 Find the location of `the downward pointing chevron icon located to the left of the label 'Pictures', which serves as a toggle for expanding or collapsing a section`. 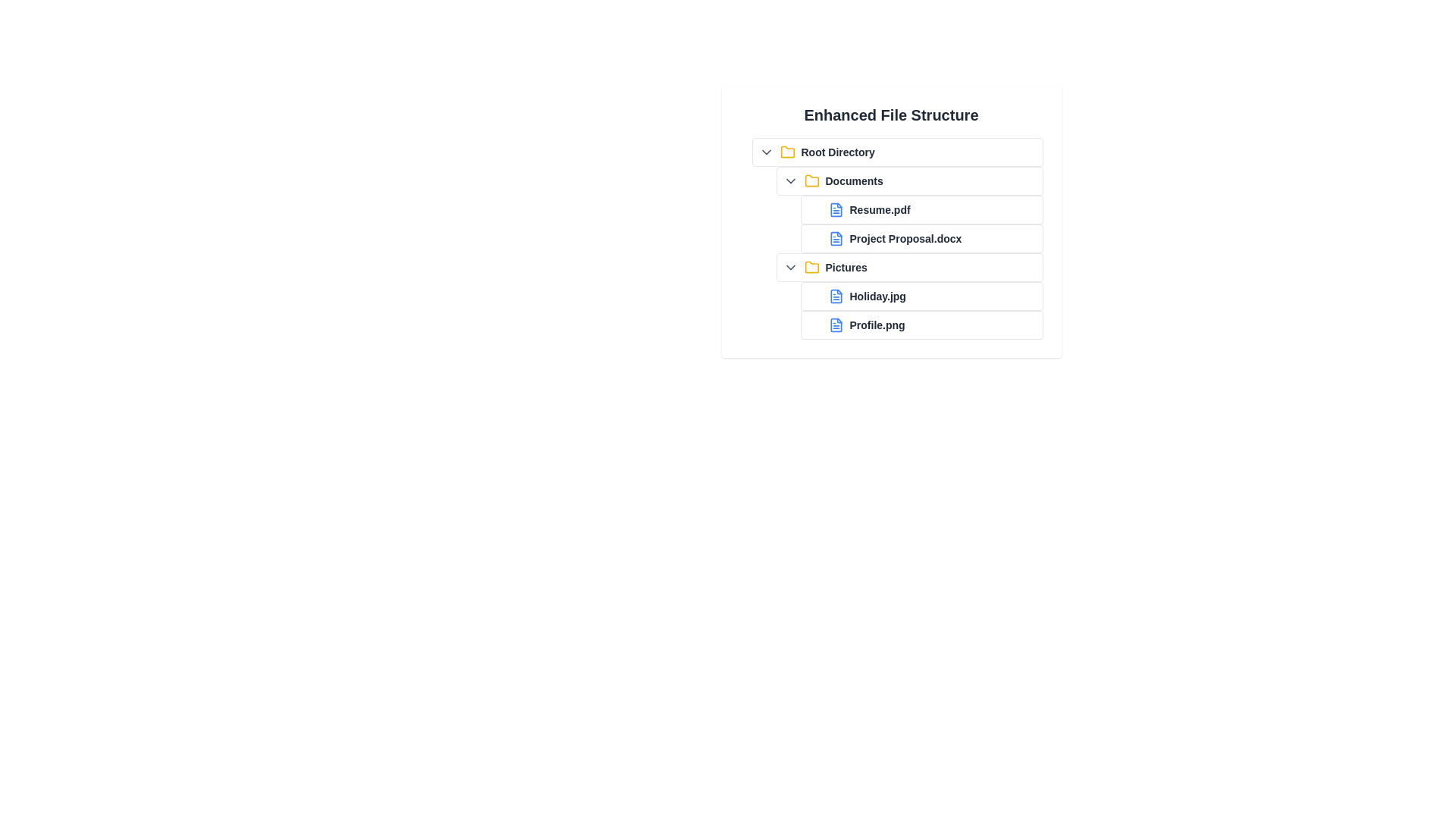

the downward pointing chevron icon located to the left of the label 'Pictures', which serves as a toggle for expanding or collapsing a section is located at coordinates (789, 267).